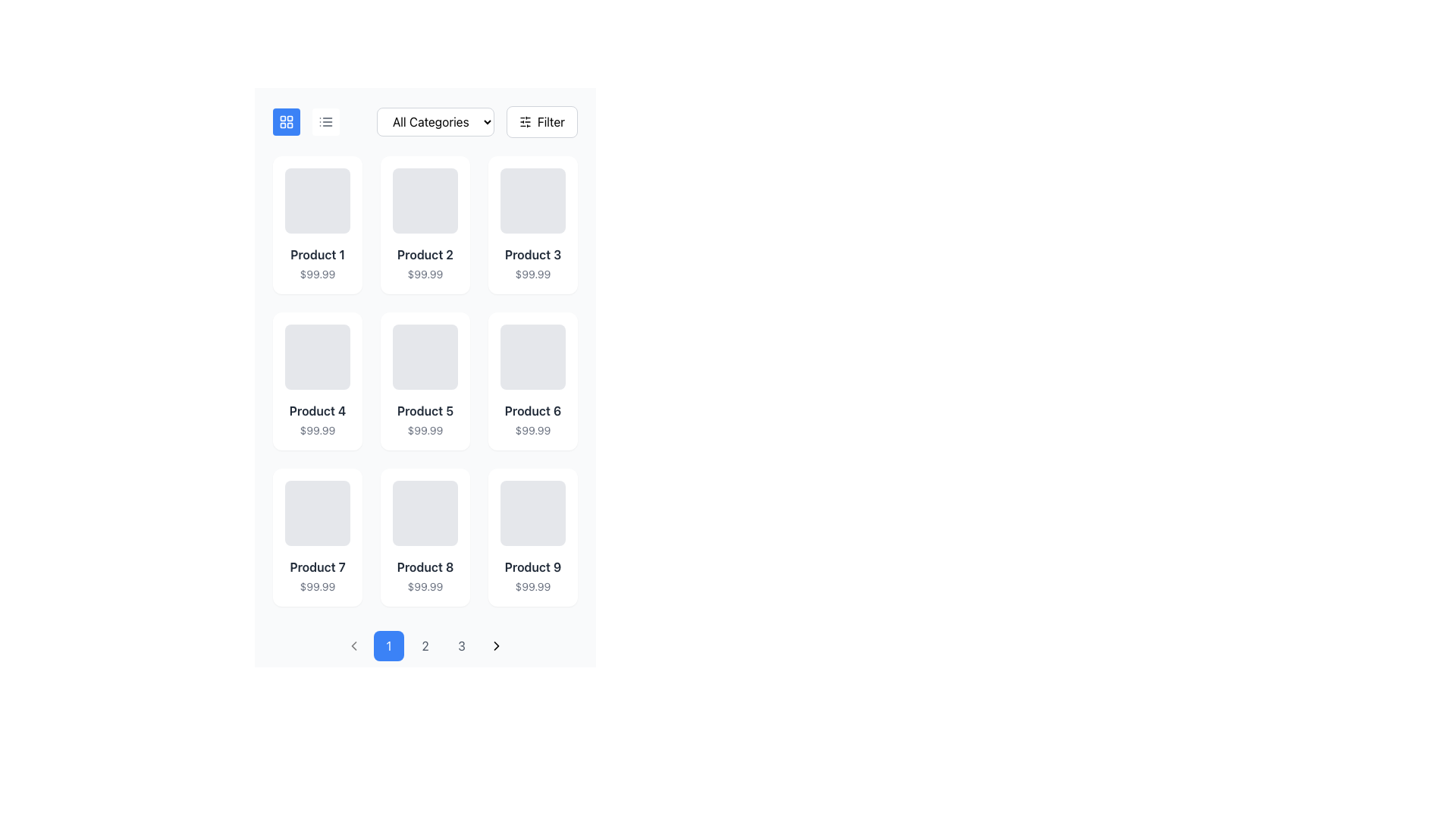 This screenshot has width=1456, height=819. Describe the element at coordinates (287, 121) in the screenshot. I see `the grid layout icon button located in the top-left section of the interface to switch to grid layout view of the displayed products` at that location.